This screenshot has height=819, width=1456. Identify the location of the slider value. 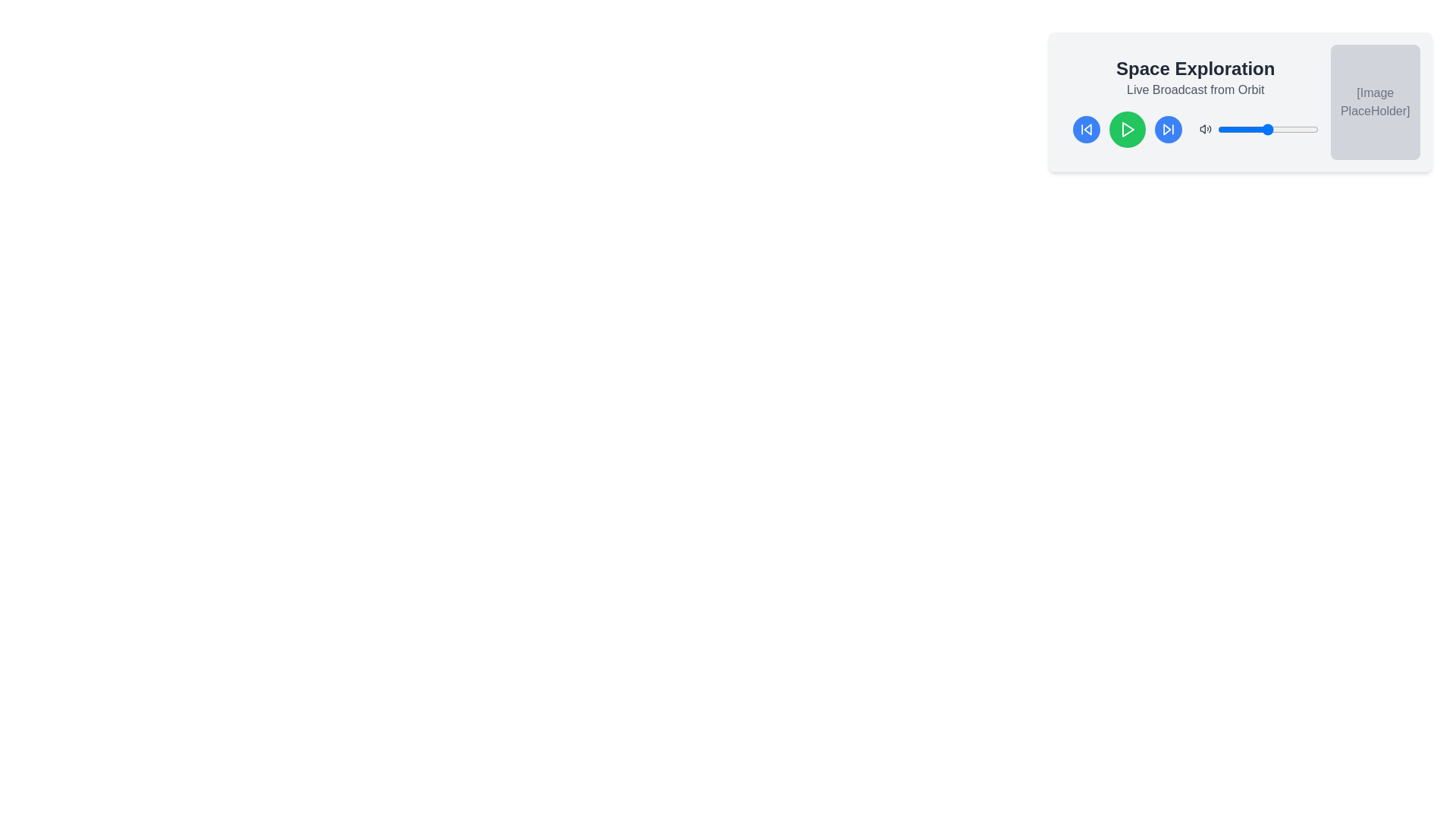
(1274, 128).